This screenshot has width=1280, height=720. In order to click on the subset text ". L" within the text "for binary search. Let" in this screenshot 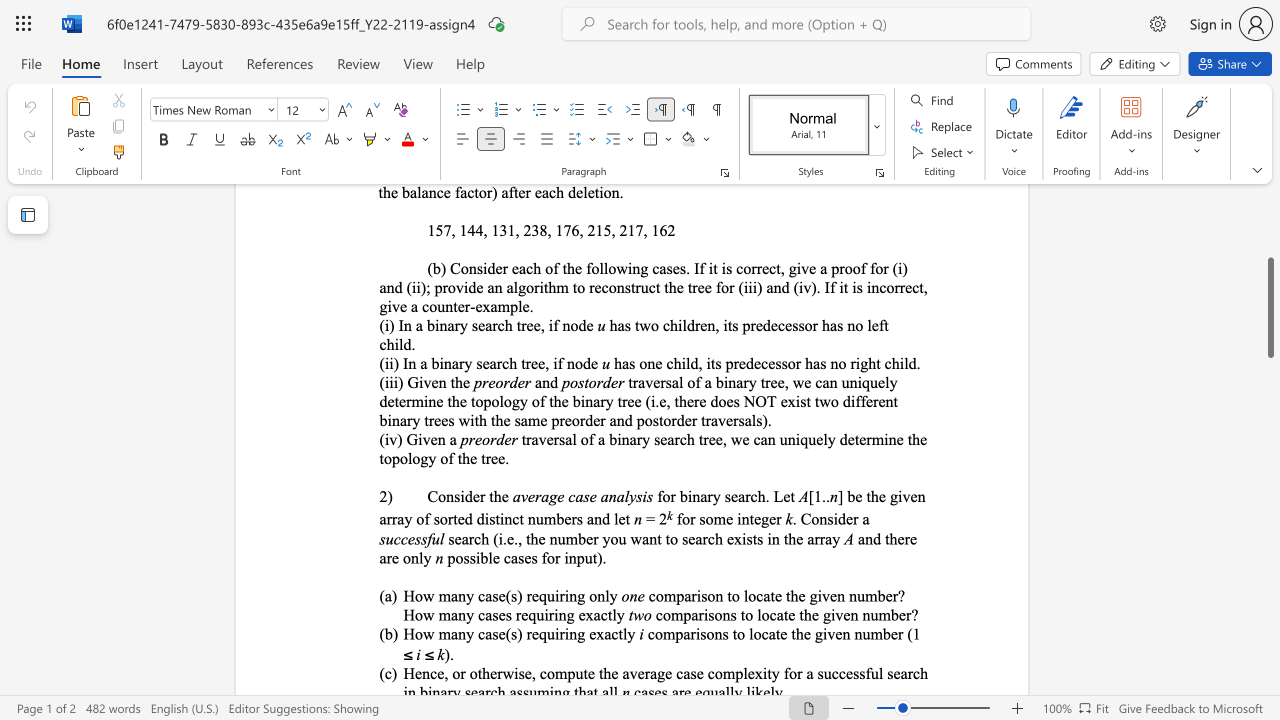, I will do `click(764, 495)`.